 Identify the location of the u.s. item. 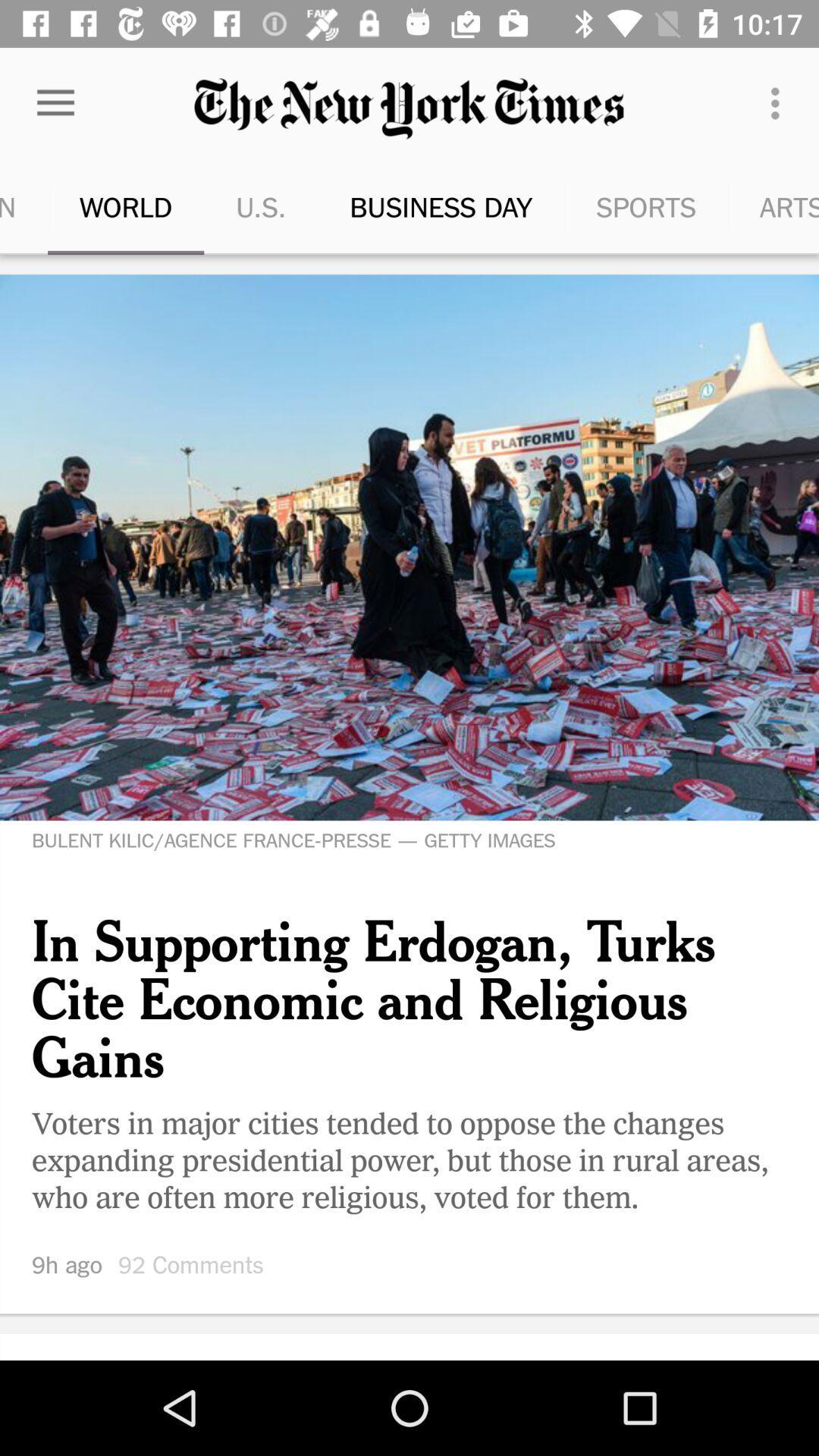
(222, 206).